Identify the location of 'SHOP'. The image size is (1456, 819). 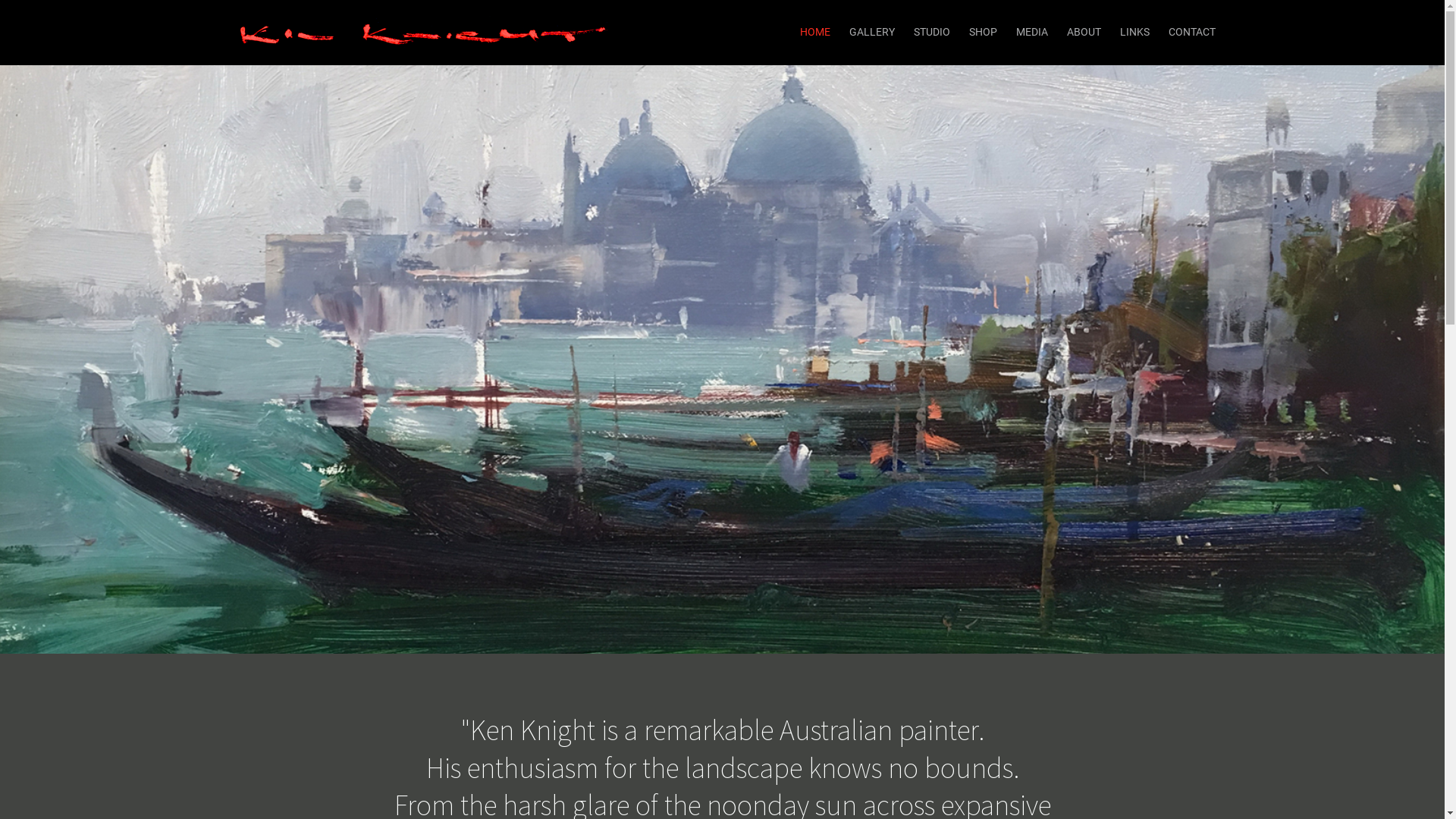
(983, 32).